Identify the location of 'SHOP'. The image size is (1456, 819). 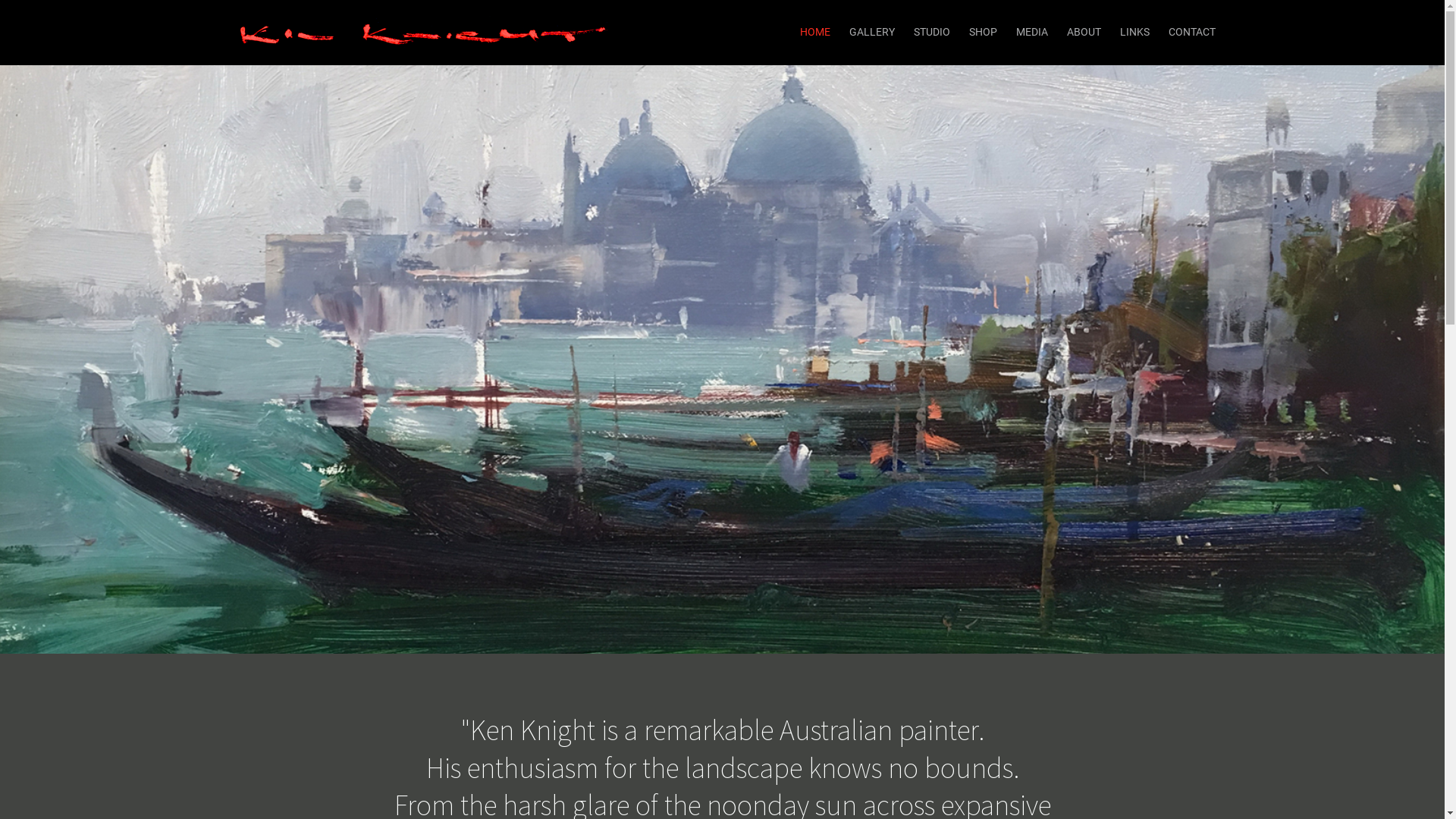
(983, 32).